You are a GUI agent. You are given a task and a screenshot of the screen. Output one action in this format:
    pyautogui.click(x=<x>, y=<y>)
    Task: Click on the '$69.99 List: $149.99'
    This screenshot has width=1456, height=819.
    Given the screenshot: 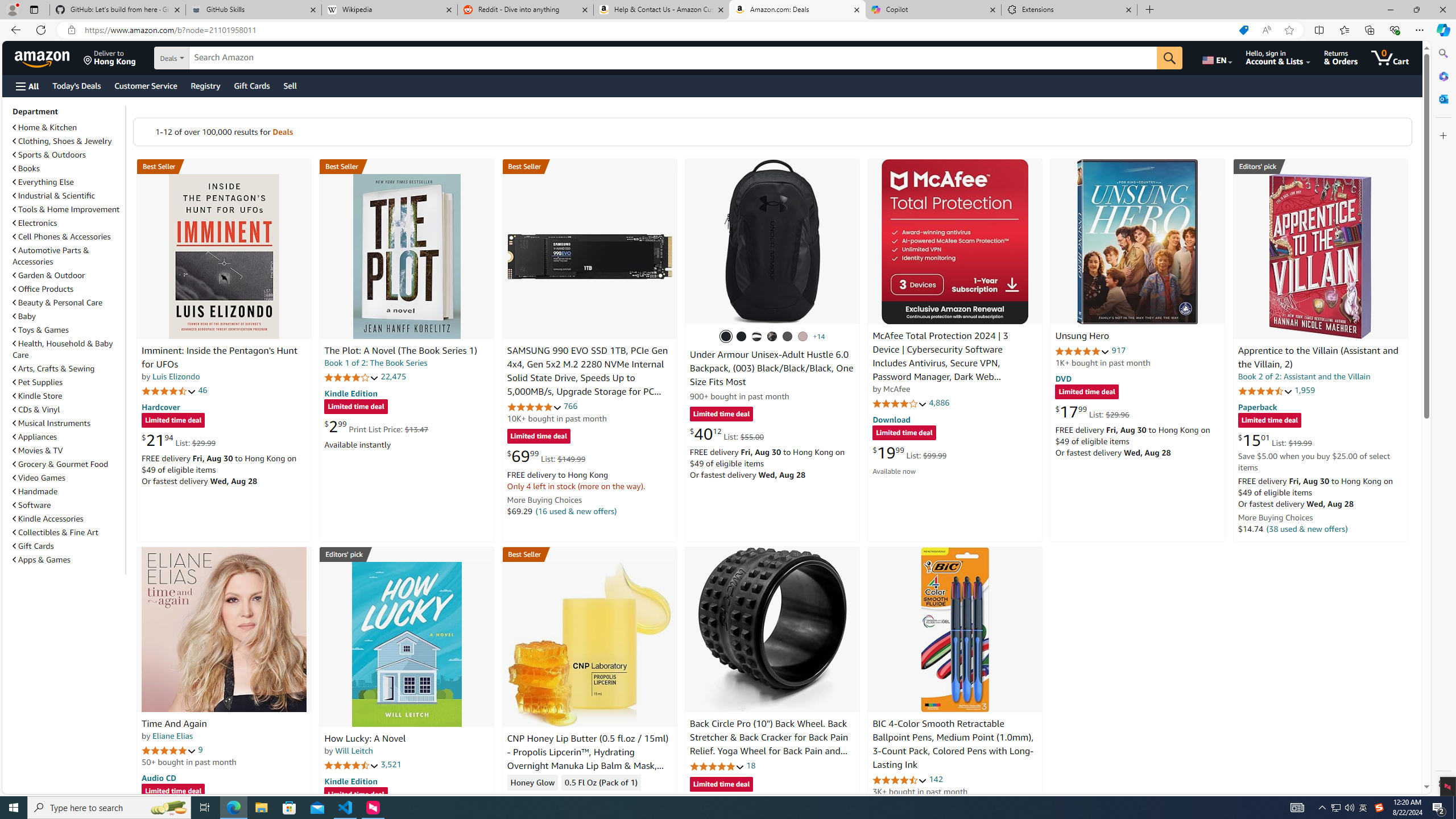 What is the action you would take?
    pyautogui.click(x=545, y=455)
    